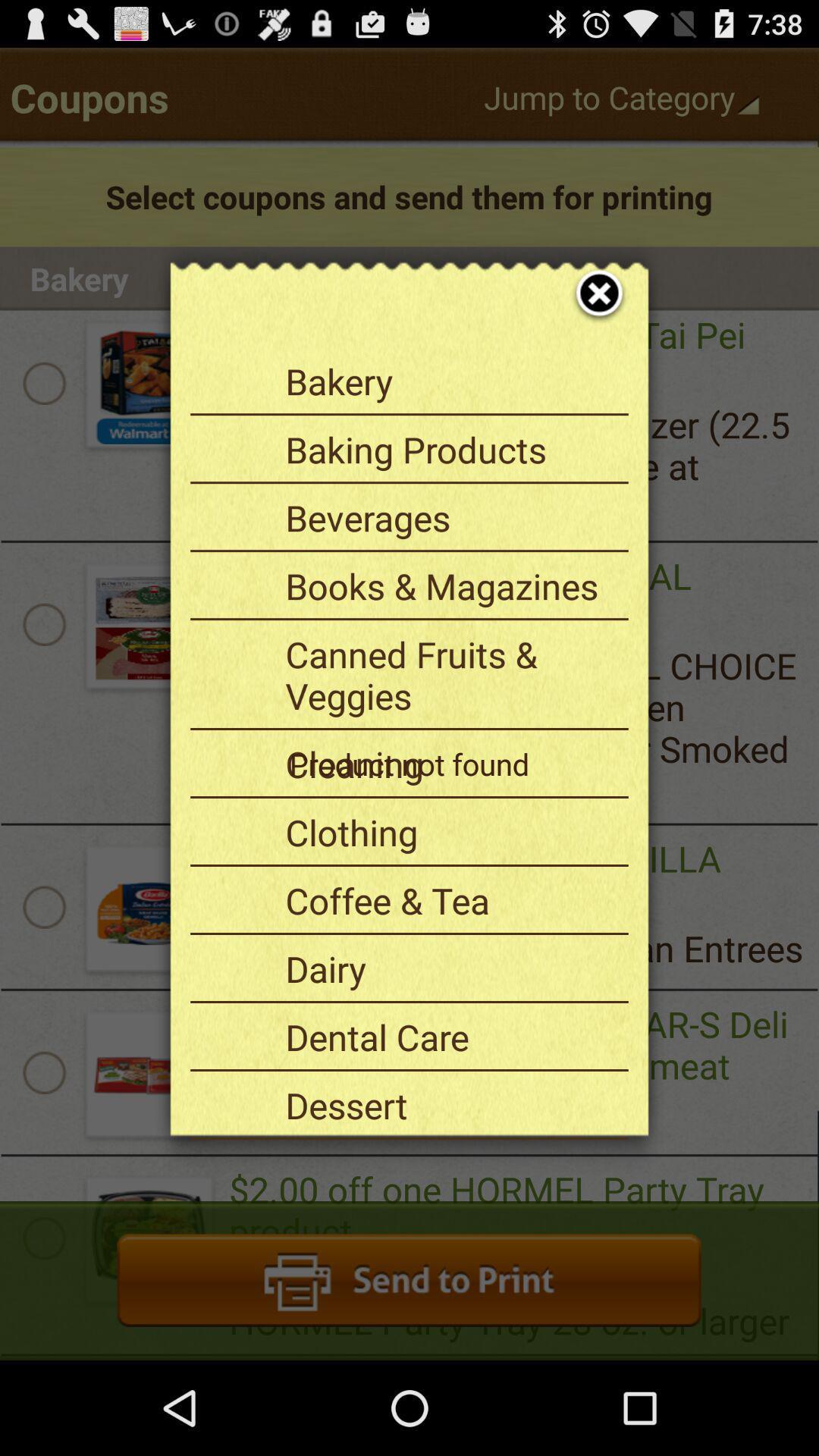  I want to click on app above the coffee & tea item, so click(450, 831).